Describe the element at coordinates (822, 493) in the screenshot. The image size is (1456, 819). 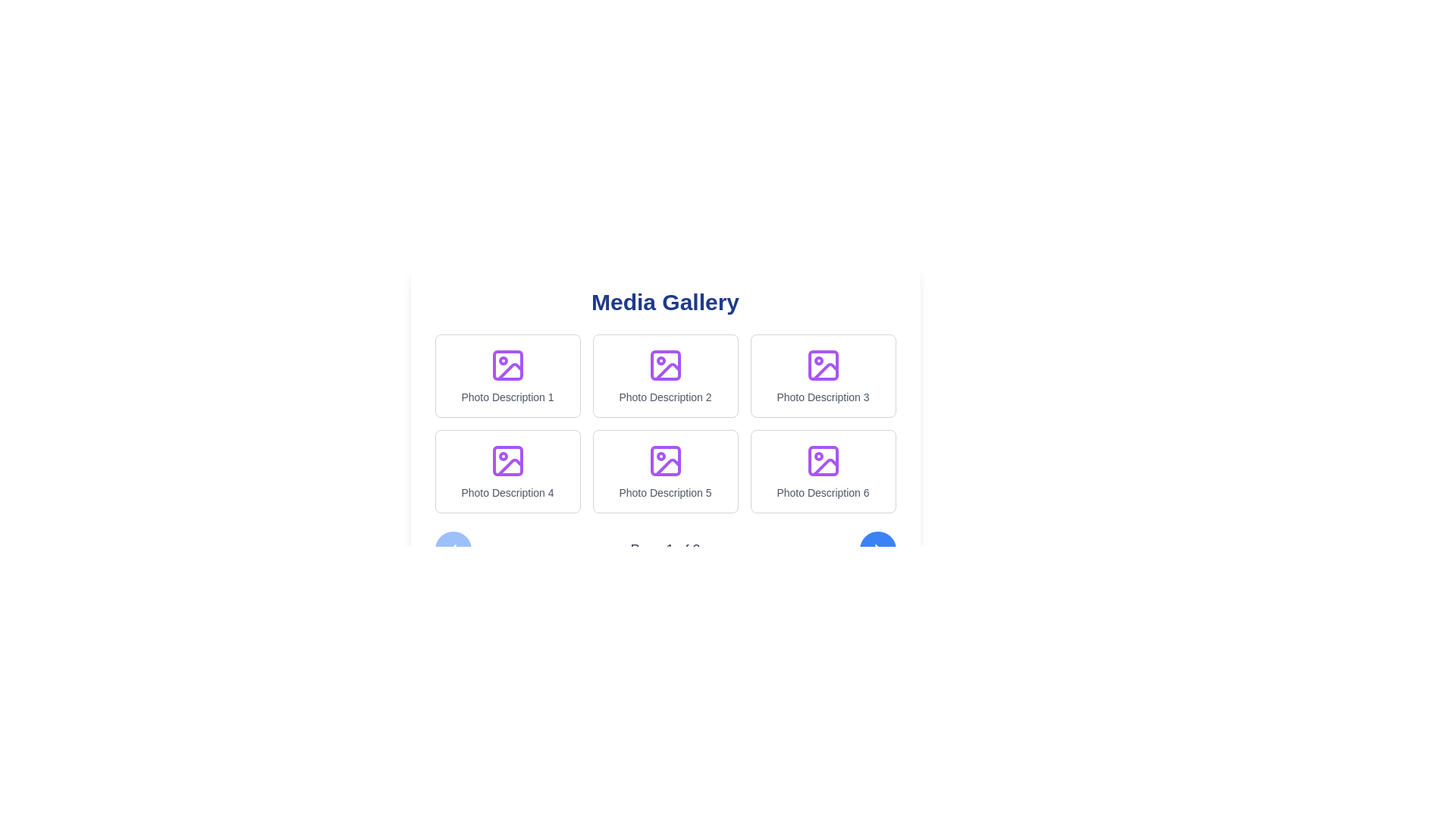
I see `the text label displaying 'Photo Description 6', which is located at the bottom center of the last card in the Media Gallery interface` at that location.